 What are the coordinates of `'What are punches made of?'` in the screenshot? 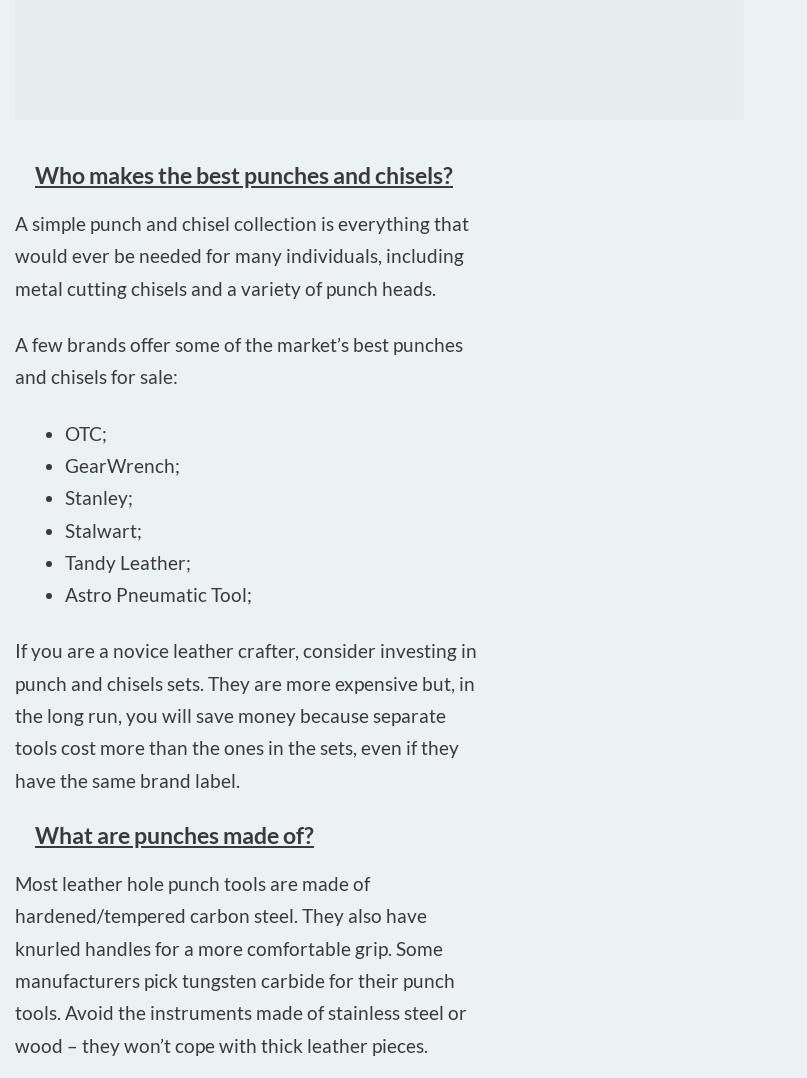 It's located at (35, 834).